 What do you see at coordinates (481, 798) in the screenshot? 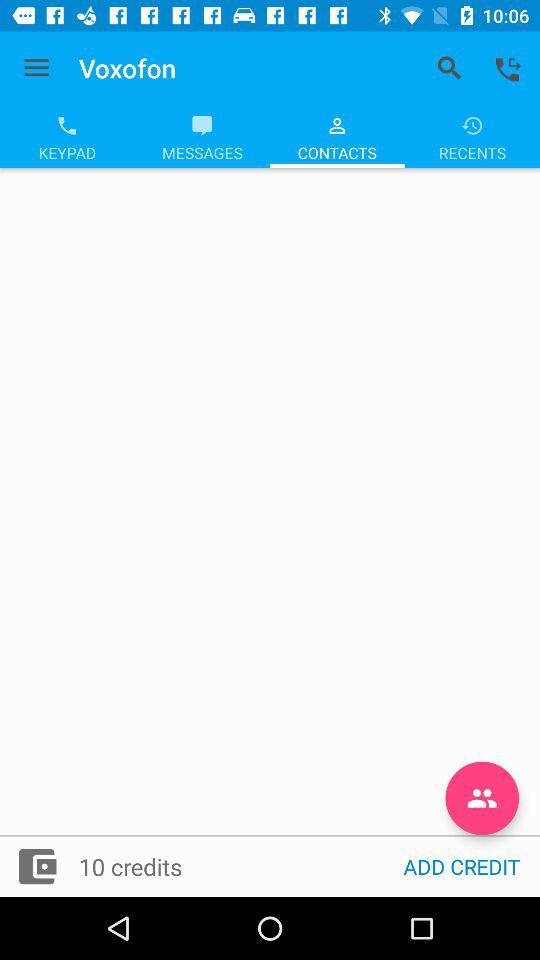
I see `the follow icon` at bounding box center [481, 798].